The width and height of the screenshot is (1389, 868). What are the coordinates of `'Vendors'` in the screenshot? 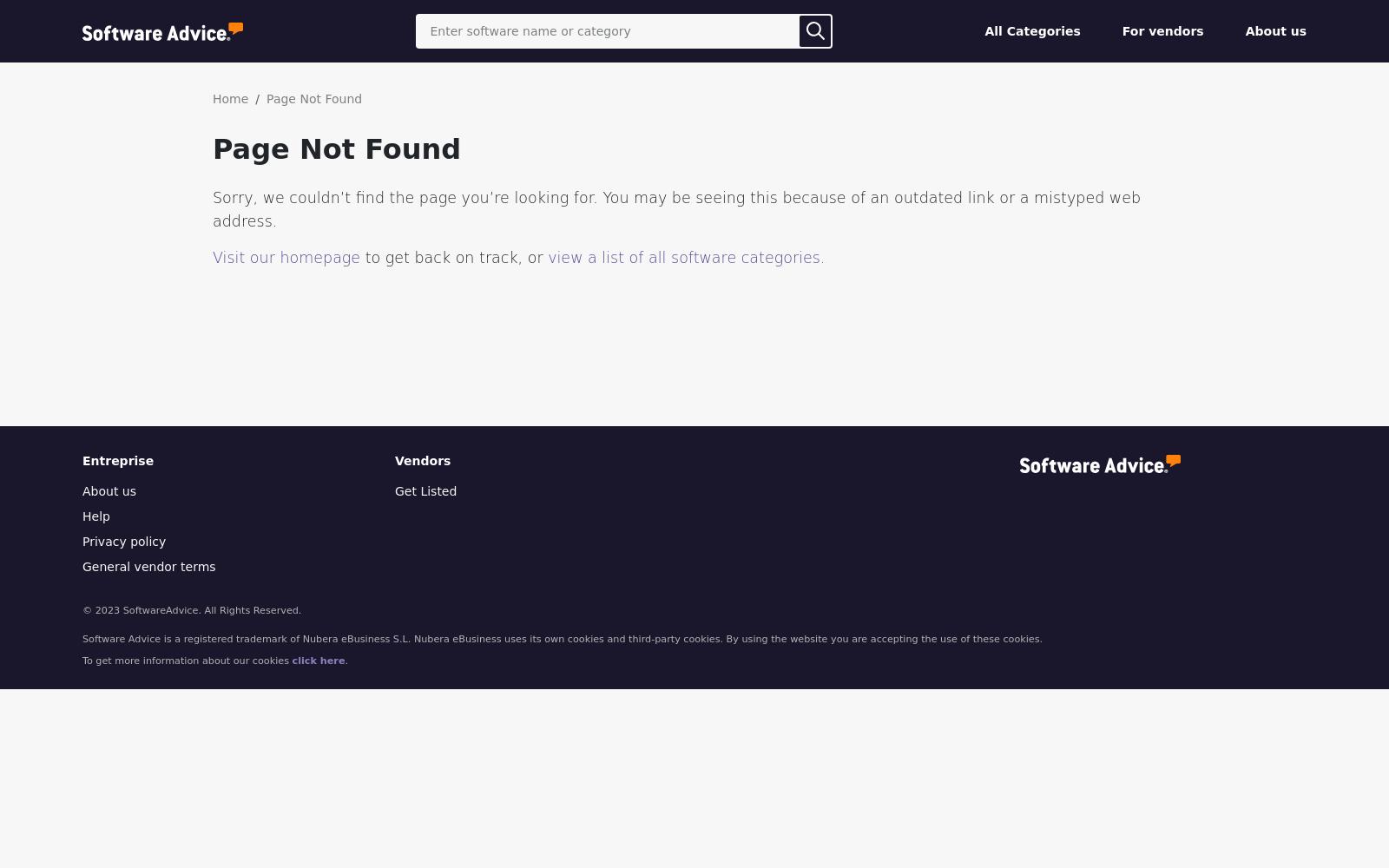 It's located at (422, 461).